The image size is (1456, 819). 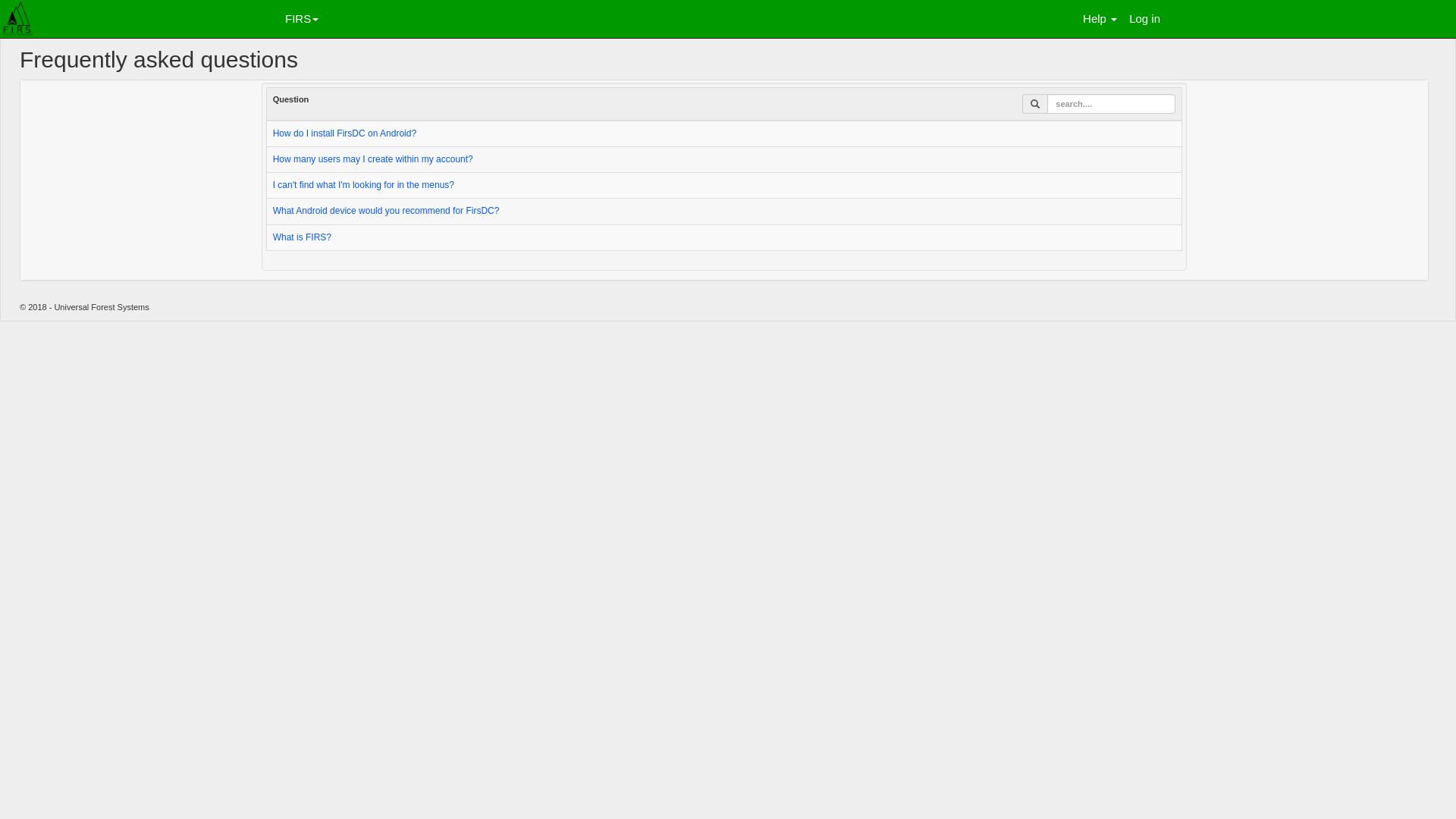 What do you see at coordinates (1150, 18) in the screenshot?
I see `'Log in'` at bounding box center [1150, 18].